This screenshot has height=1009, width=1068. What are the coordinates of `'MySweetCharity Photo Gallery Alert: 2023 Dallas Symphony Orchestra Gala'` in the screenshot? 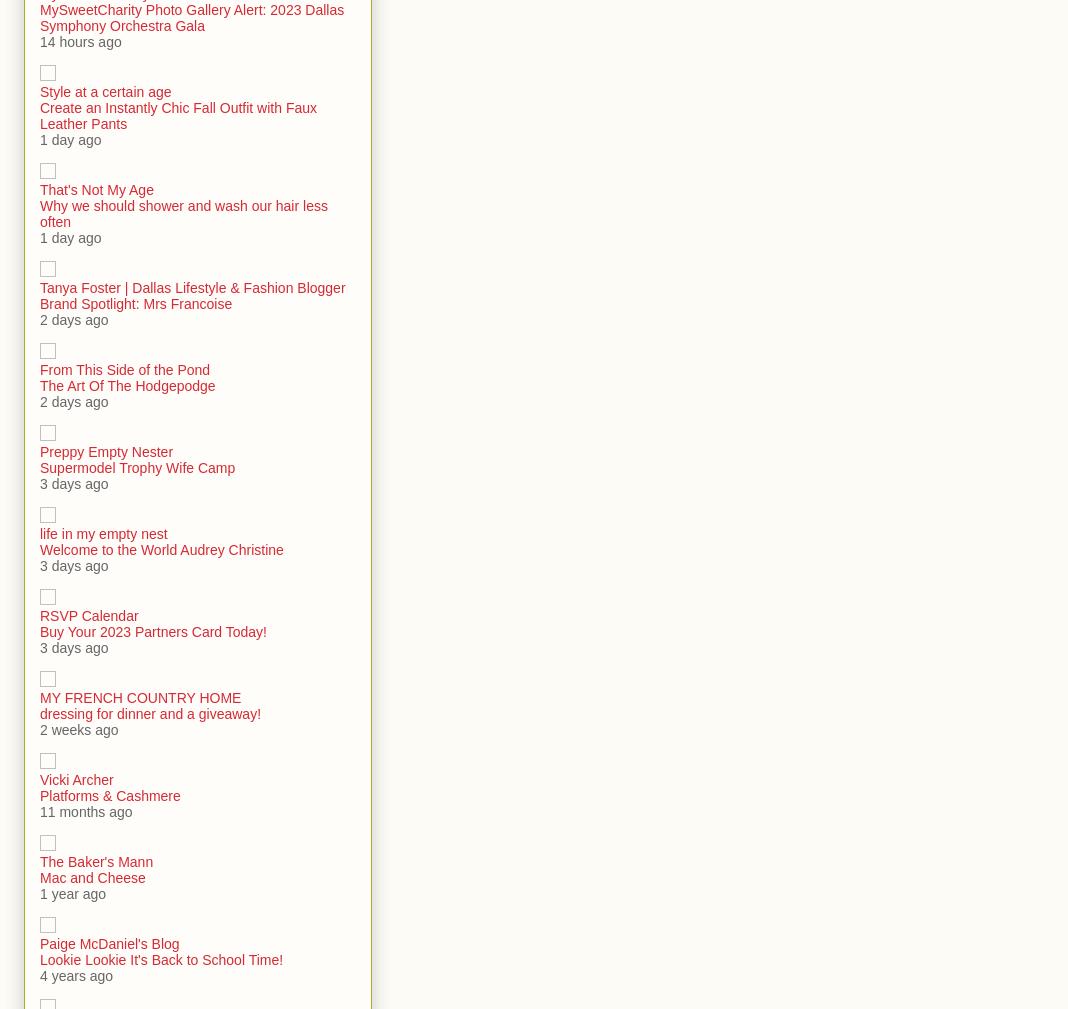 It's located at (192, 16).